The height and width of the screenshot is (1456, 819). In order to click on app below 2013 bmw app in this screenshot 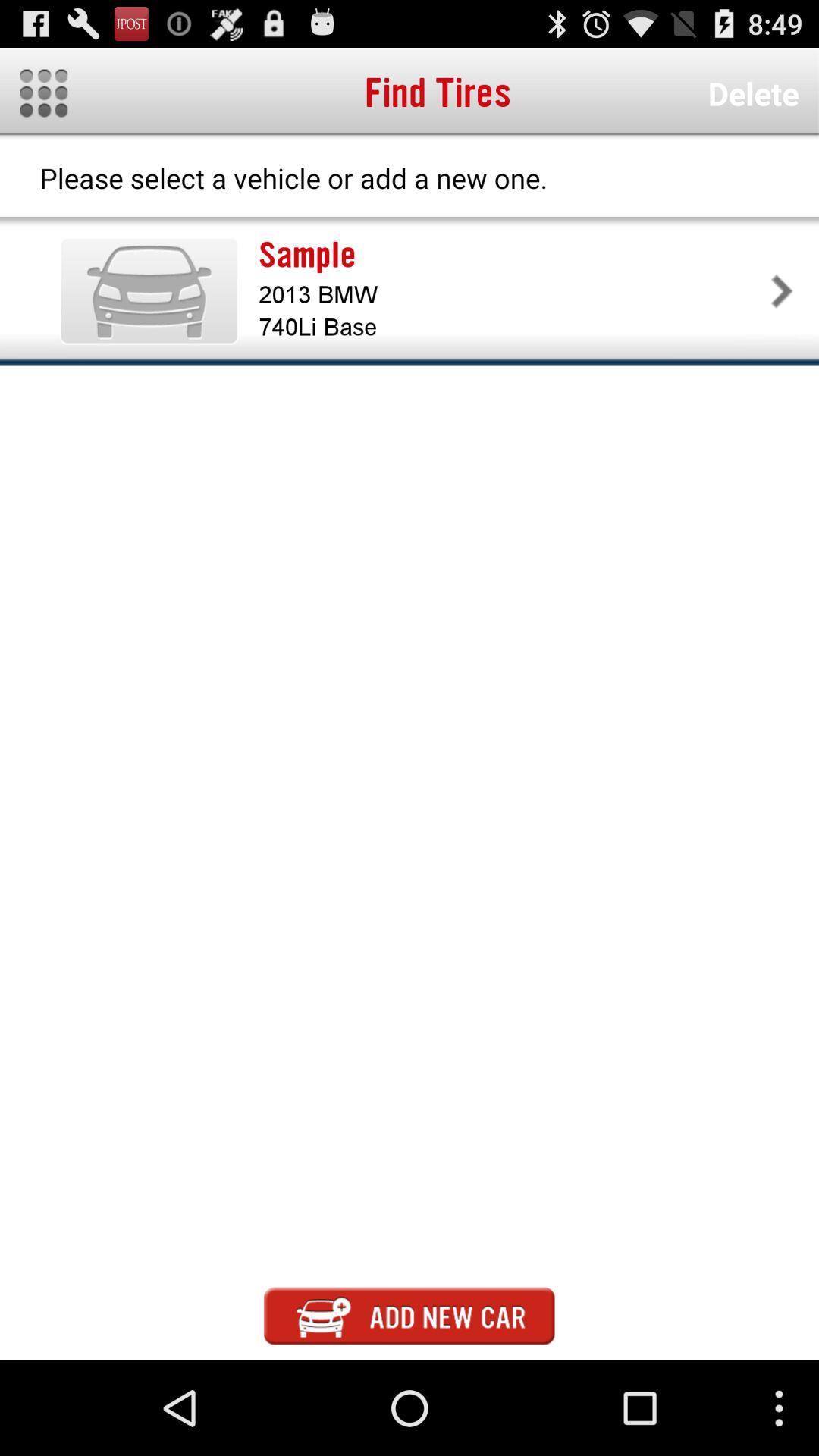, I will do `click(512, 326)`.